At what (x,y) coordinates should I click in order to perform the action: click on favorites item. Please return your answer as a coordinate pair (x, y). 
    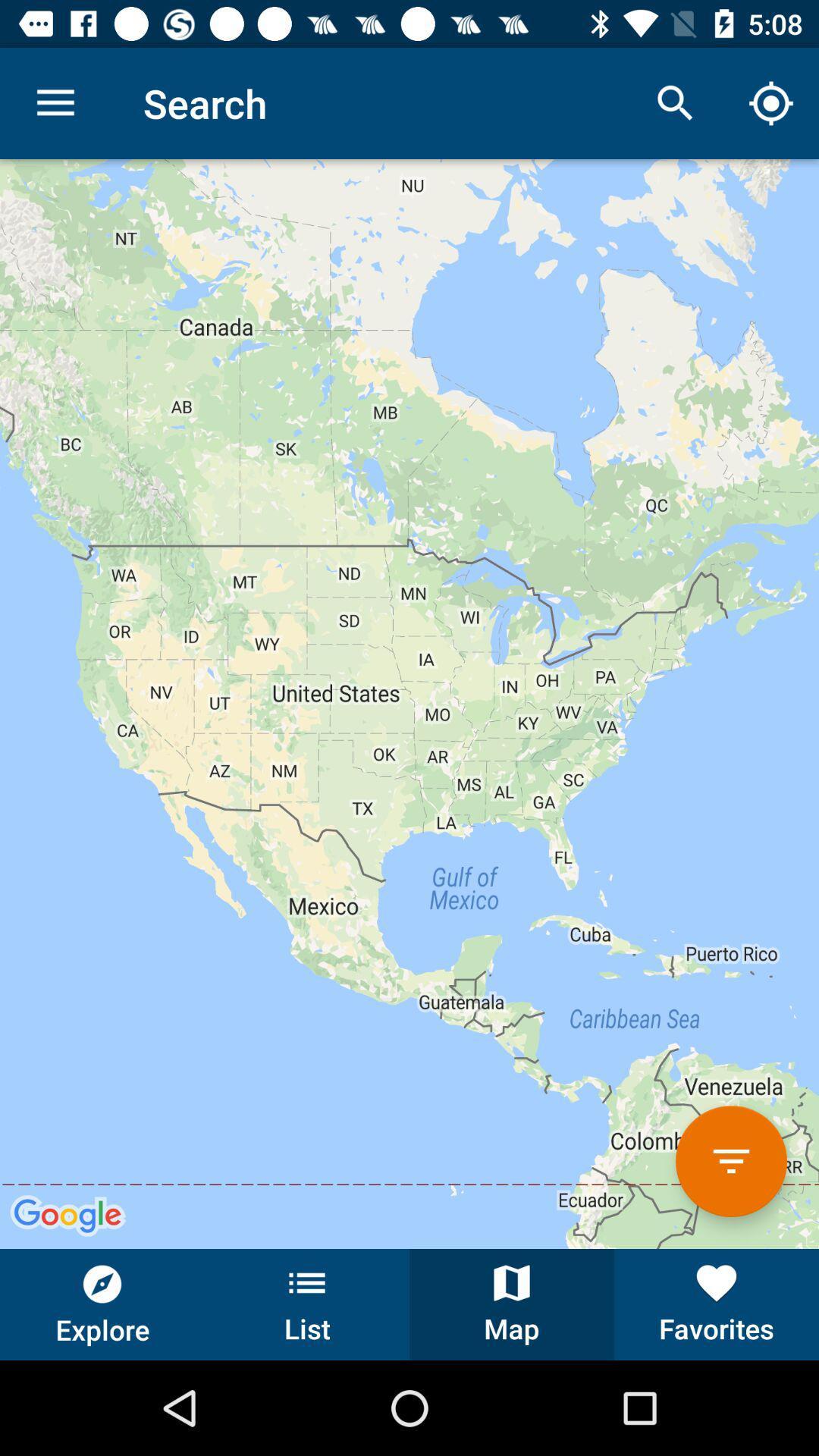
    Looking at the image, I should click on (717, 1304).